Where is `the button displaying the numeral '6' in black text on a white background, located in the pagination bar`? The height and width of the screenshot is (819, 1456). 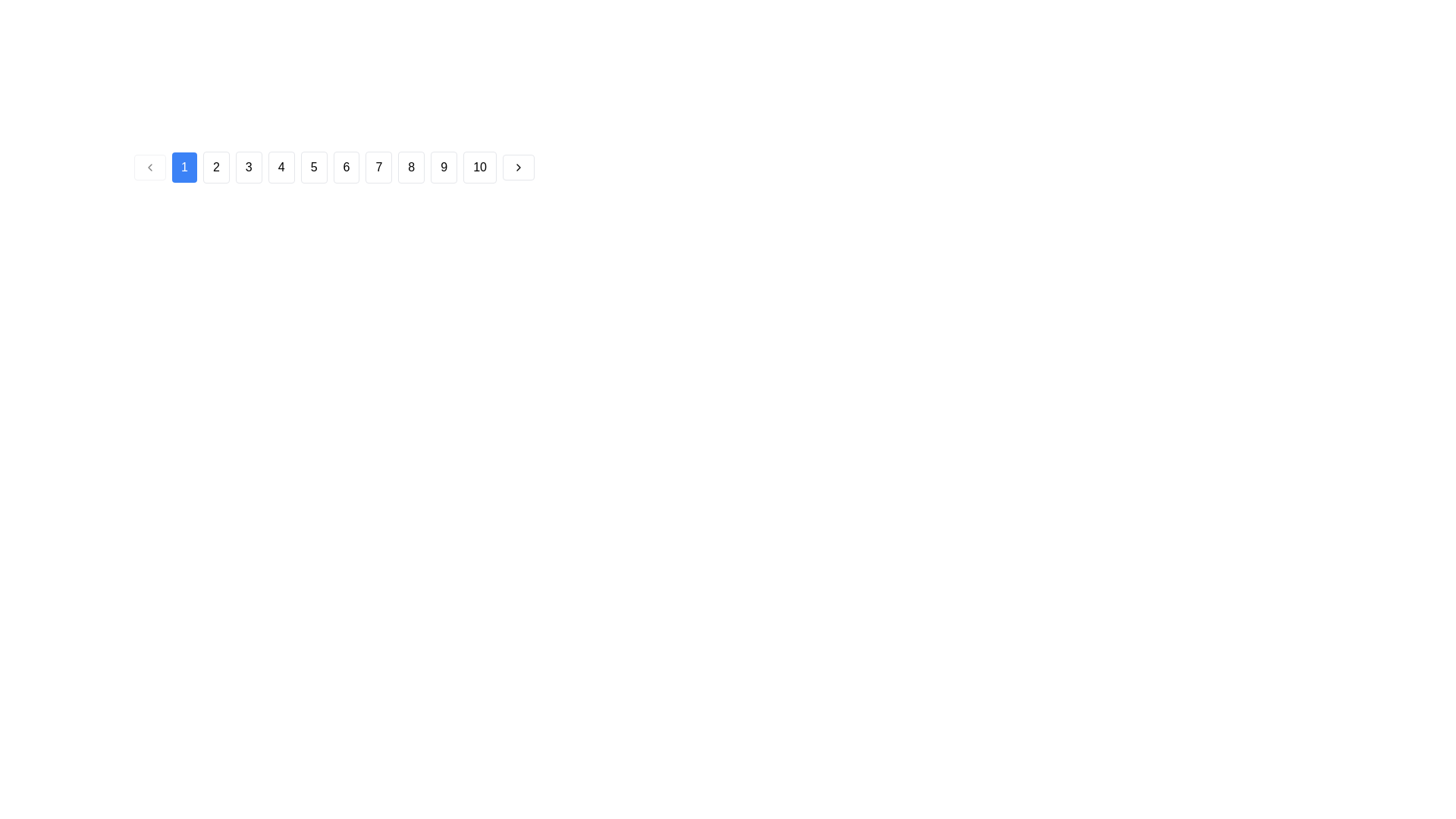 the button displaying the numeral '6' in black text on a white background, located in the pagination bar is located at coordinates (345, 167).